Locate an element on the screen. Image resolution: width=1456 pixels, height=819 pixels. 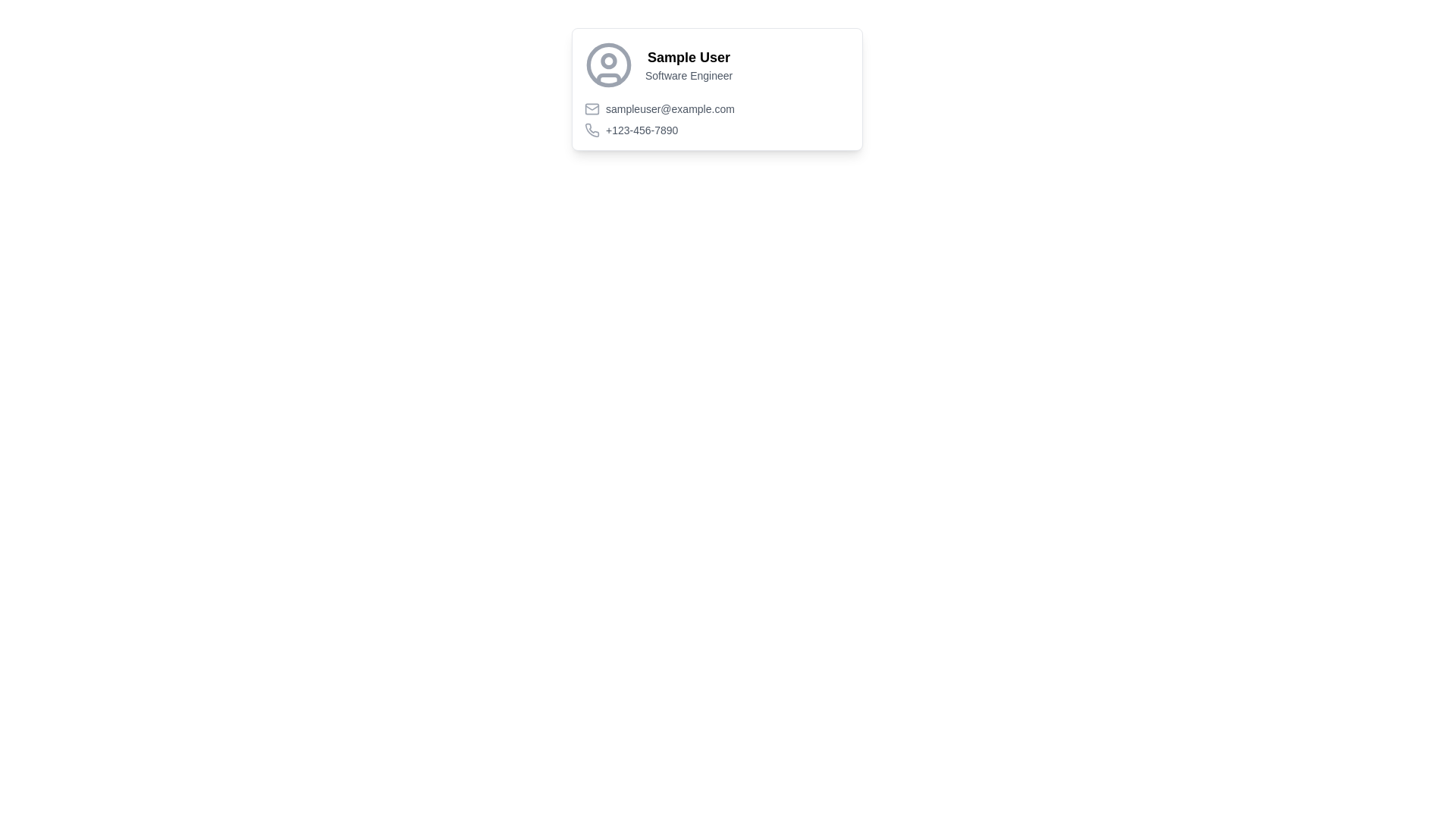
the phone icon located to the left of the phone number '+123-456-7890' in the bottom-right section of the interface is located at coordinates (591, 130).